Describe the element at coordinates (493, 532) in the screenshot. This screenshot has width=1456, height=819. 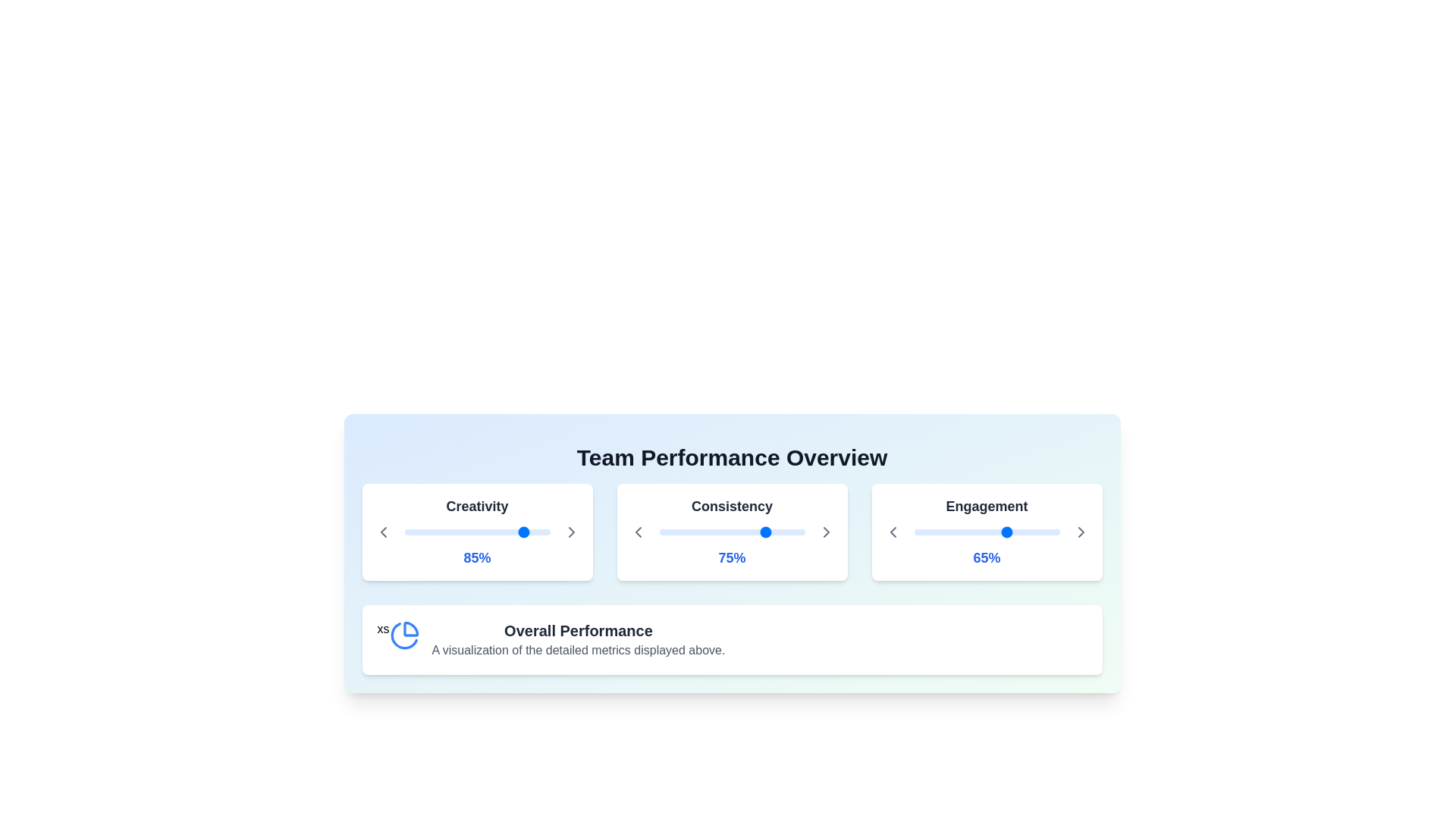
I see `the slider` at that location.